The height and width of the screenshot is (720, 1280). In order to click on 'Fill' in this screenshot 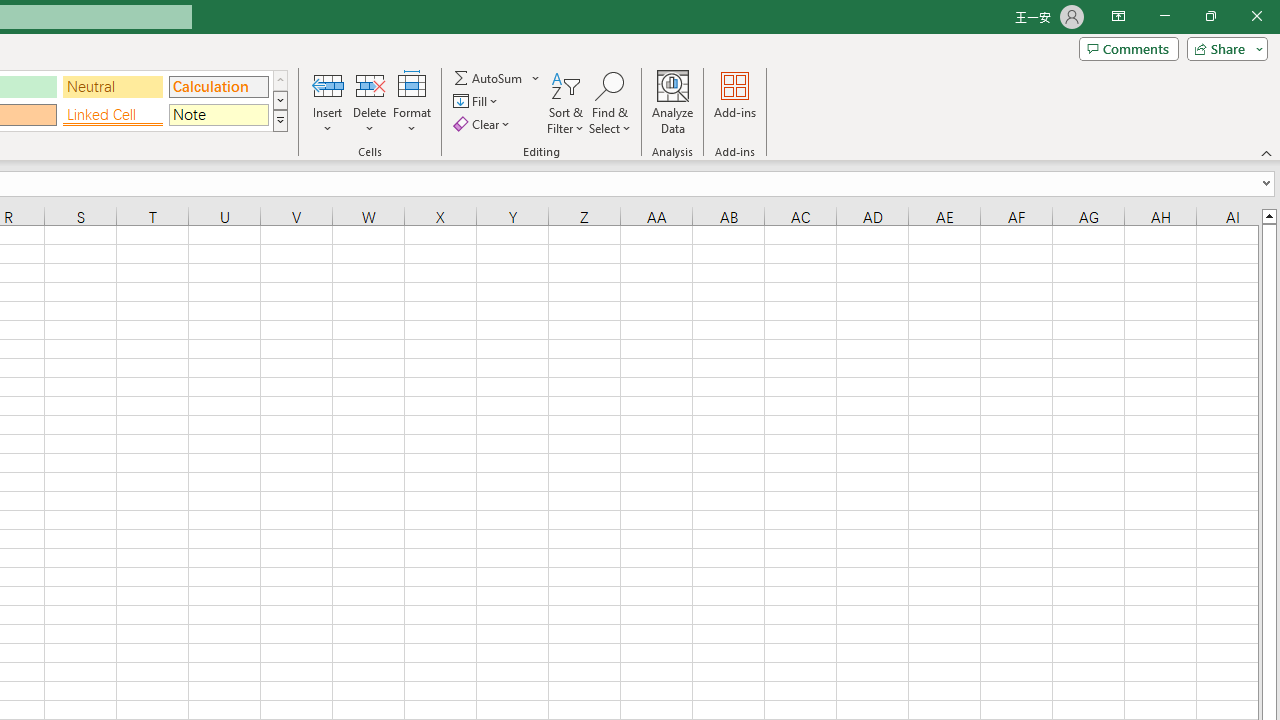, I will do `click(477, 101)`.